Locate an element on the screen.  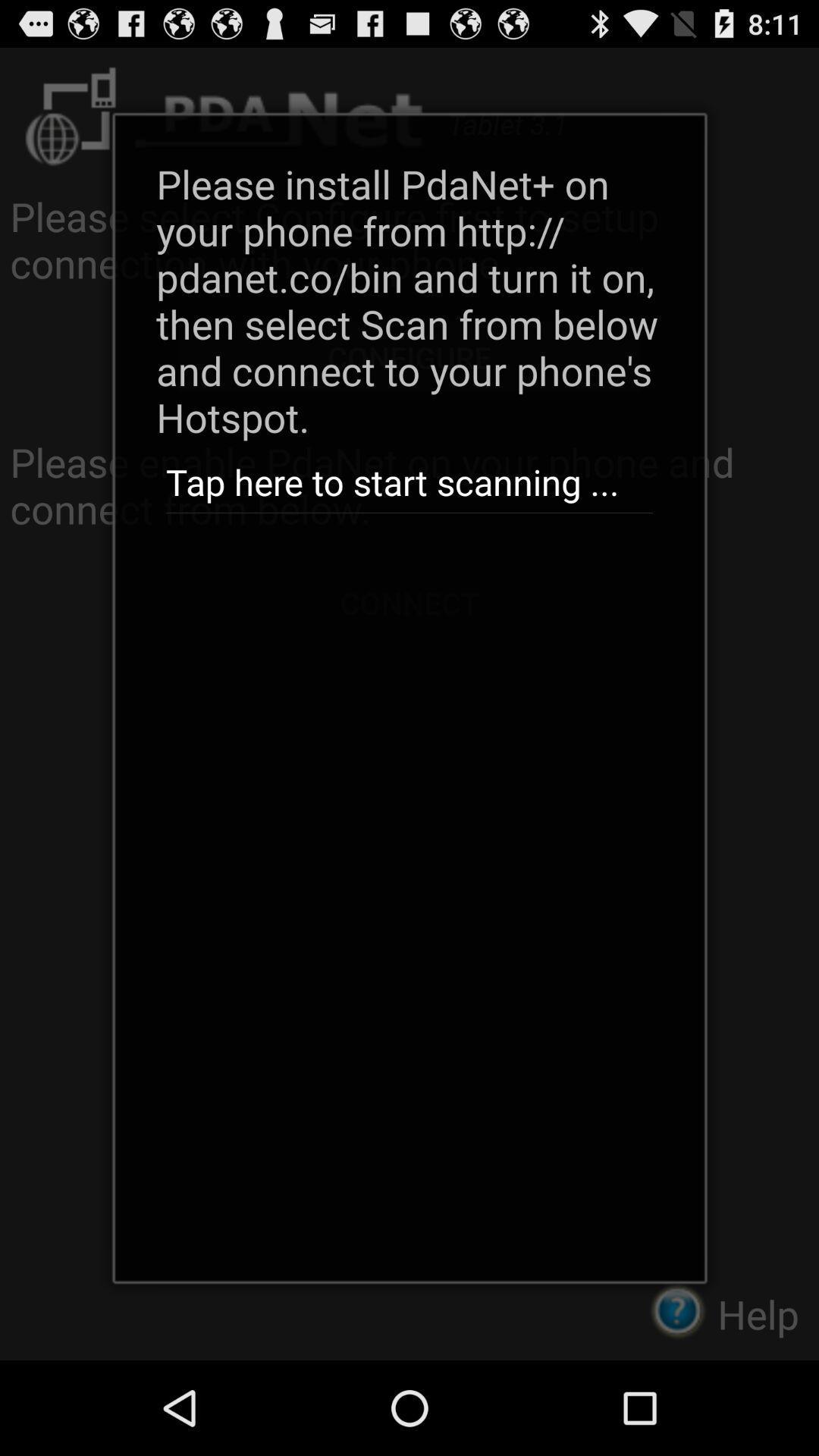
the tap here to app is located at coordinates (409, 482).